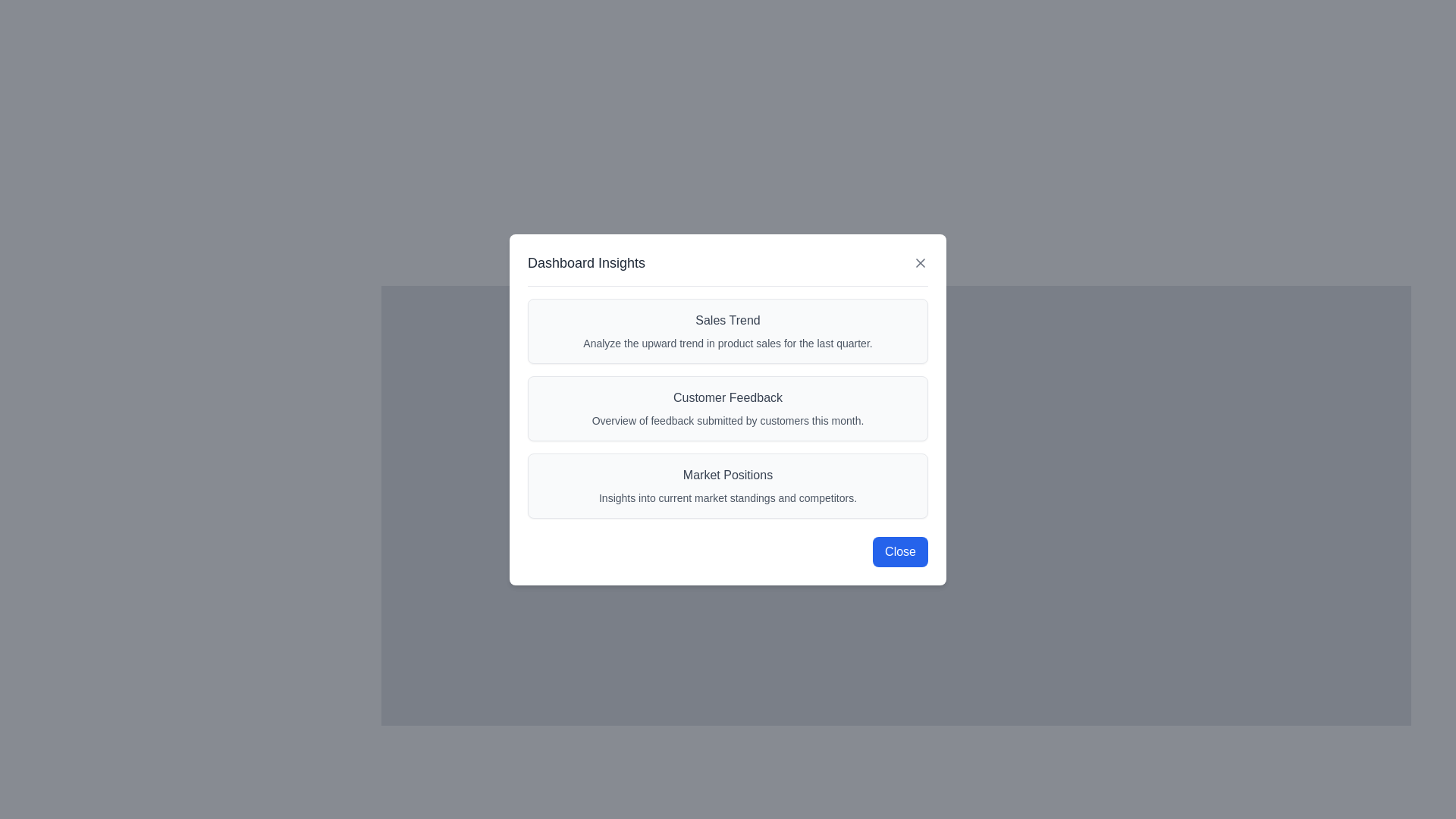 Image resolution: width=1456 pixels, height=819 pixels. What do you see at coordinates (728, 319) in the screenshot?
I see `the Text Label that serves as the header for the 'Dashboard Insights' modal, which describes sales trends` at bounding box center [728, 319].